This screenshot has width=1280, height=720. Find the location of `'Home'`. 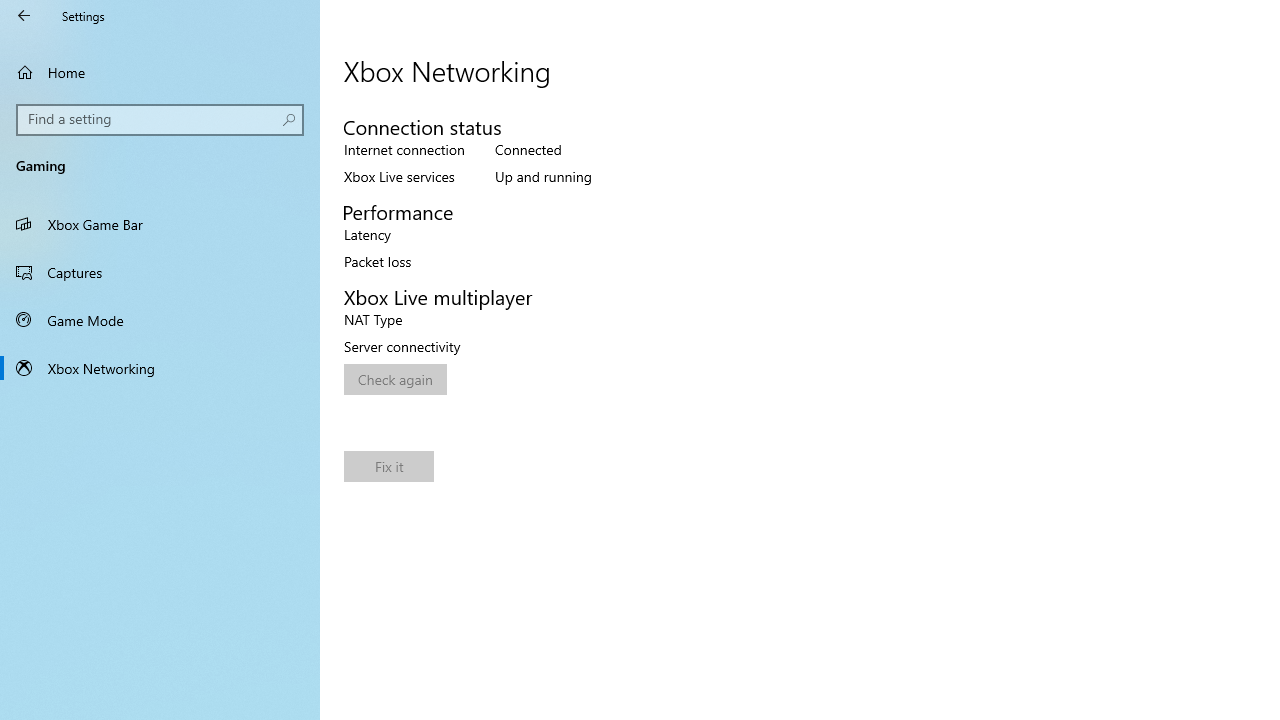

'Home' is located at coordinates (160, 71).